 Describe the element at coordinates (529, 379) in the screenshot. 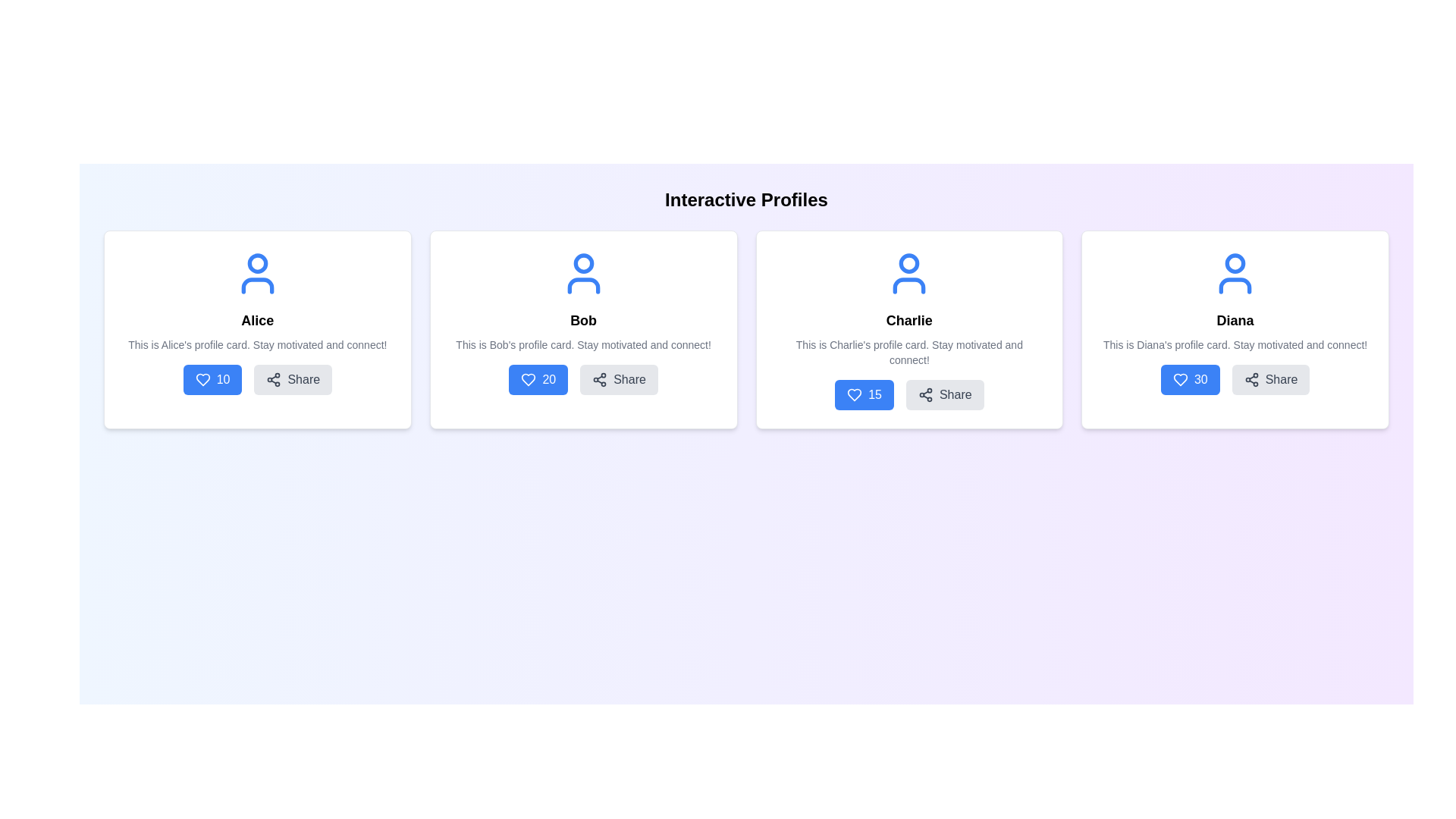

I see `the hollow heart-shaped icon located in the 'Interactive Profiles' section under the card labeled 'Bob' to like or unlike the item` at that location.